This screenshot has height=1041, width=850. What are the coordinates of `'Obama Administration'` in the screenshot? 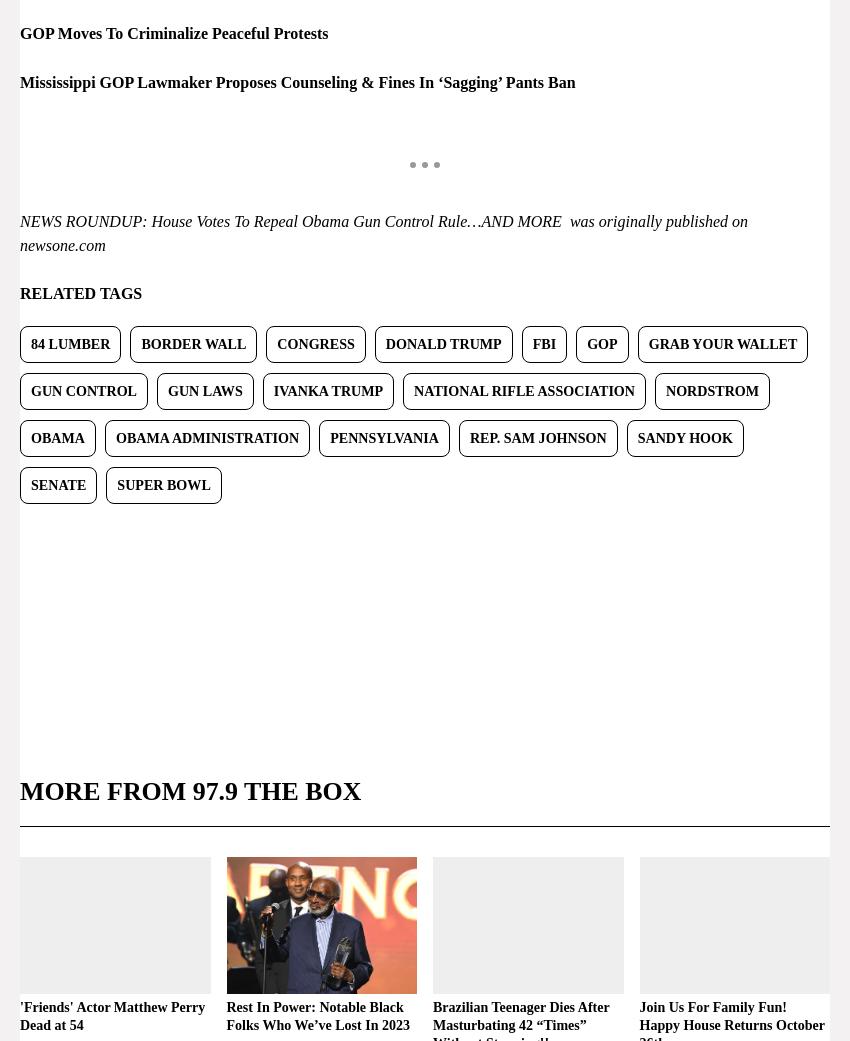 It's located at (205, 436).